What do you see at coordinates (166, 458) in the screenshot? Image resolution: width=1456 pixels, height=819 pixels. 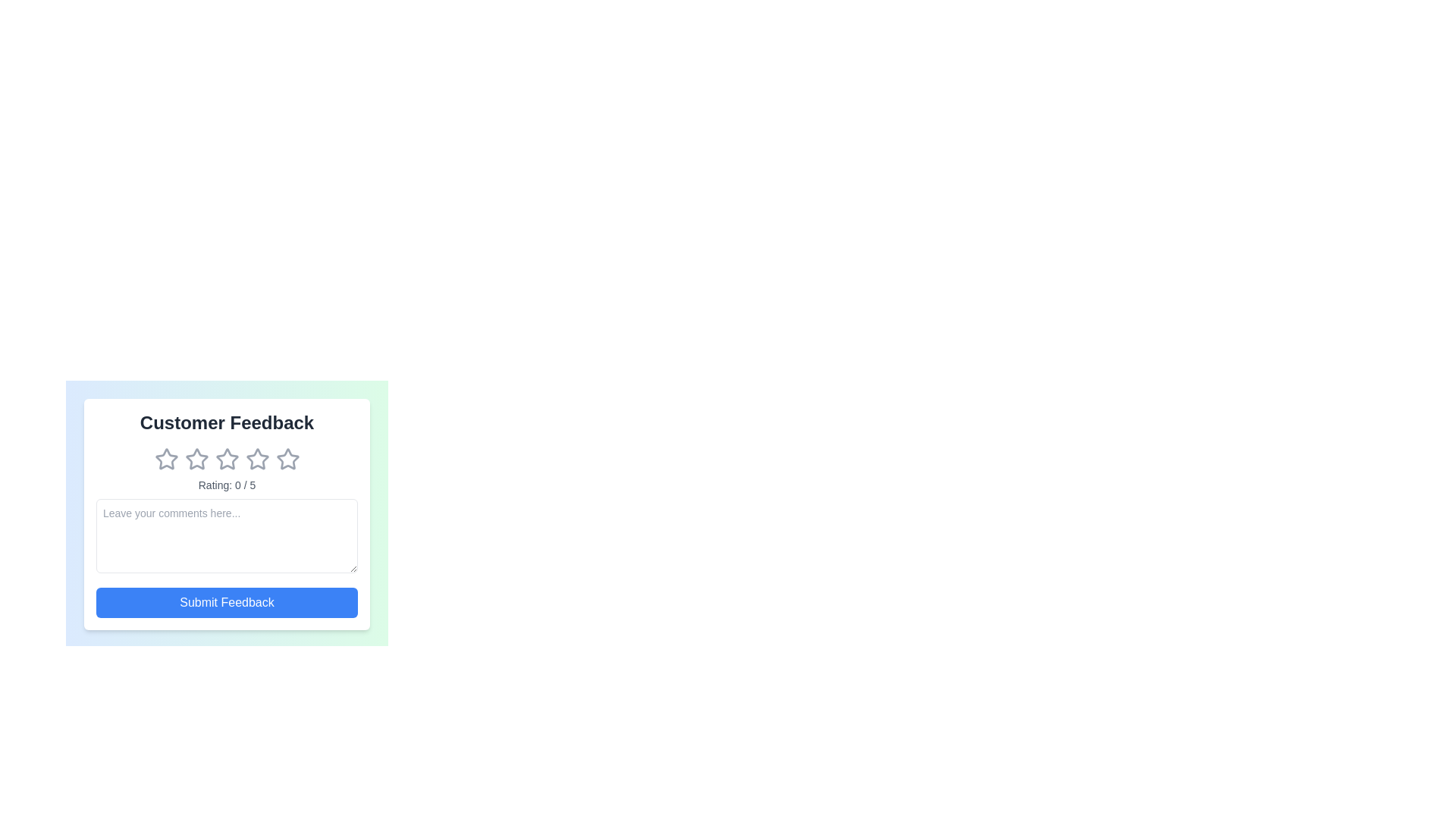 I see `the star corresponding to the desired rating 1` at bounding box center [166, 458].